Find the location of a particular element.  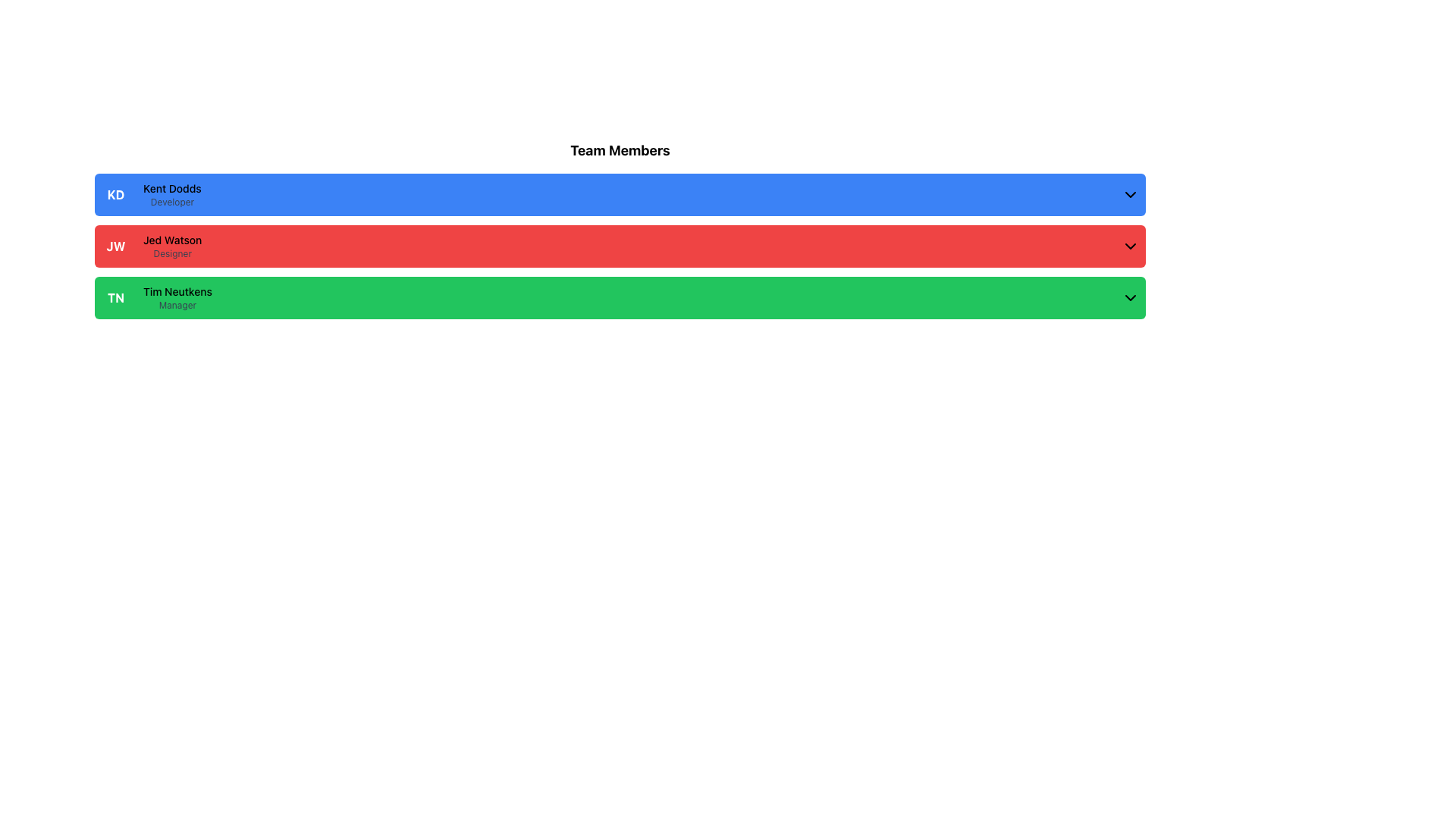

the text label indicating the role or title of the user 'Kent Dodds', which is located directly below the name within the blue rectangular section is located at coordinates (172, 201).